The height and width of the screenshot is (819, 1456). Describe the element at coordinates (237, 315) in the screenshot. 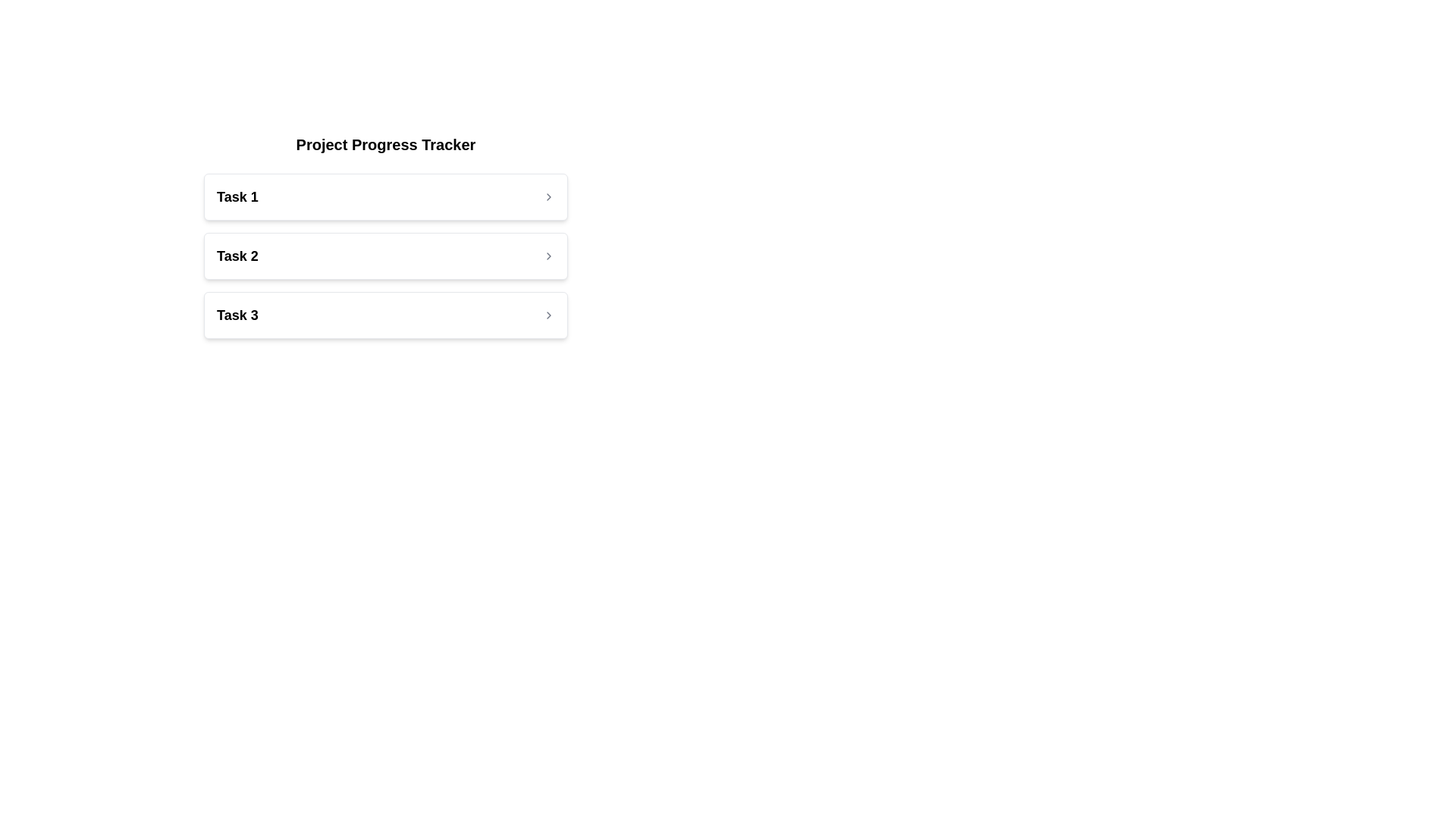

I see `text from the label or title for 'Task 3', which is the left-most element in the third row of a vertically stacked list of tasks` at that location.